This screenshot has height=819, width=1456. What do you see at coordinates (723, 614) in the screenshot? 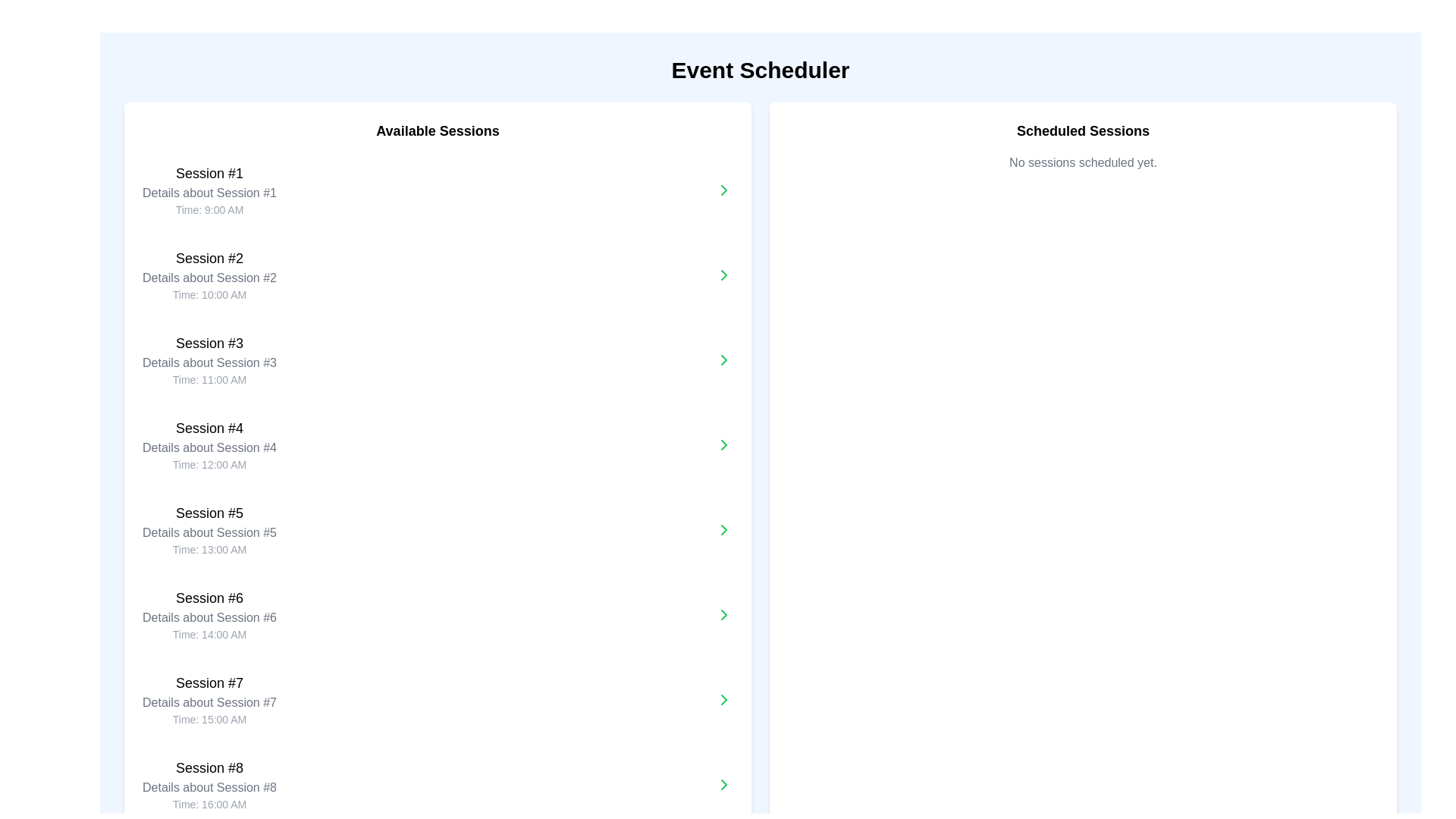
I see `the sixth chevron button in the 'Available Sessions' list` at bounding box center [723, 614].